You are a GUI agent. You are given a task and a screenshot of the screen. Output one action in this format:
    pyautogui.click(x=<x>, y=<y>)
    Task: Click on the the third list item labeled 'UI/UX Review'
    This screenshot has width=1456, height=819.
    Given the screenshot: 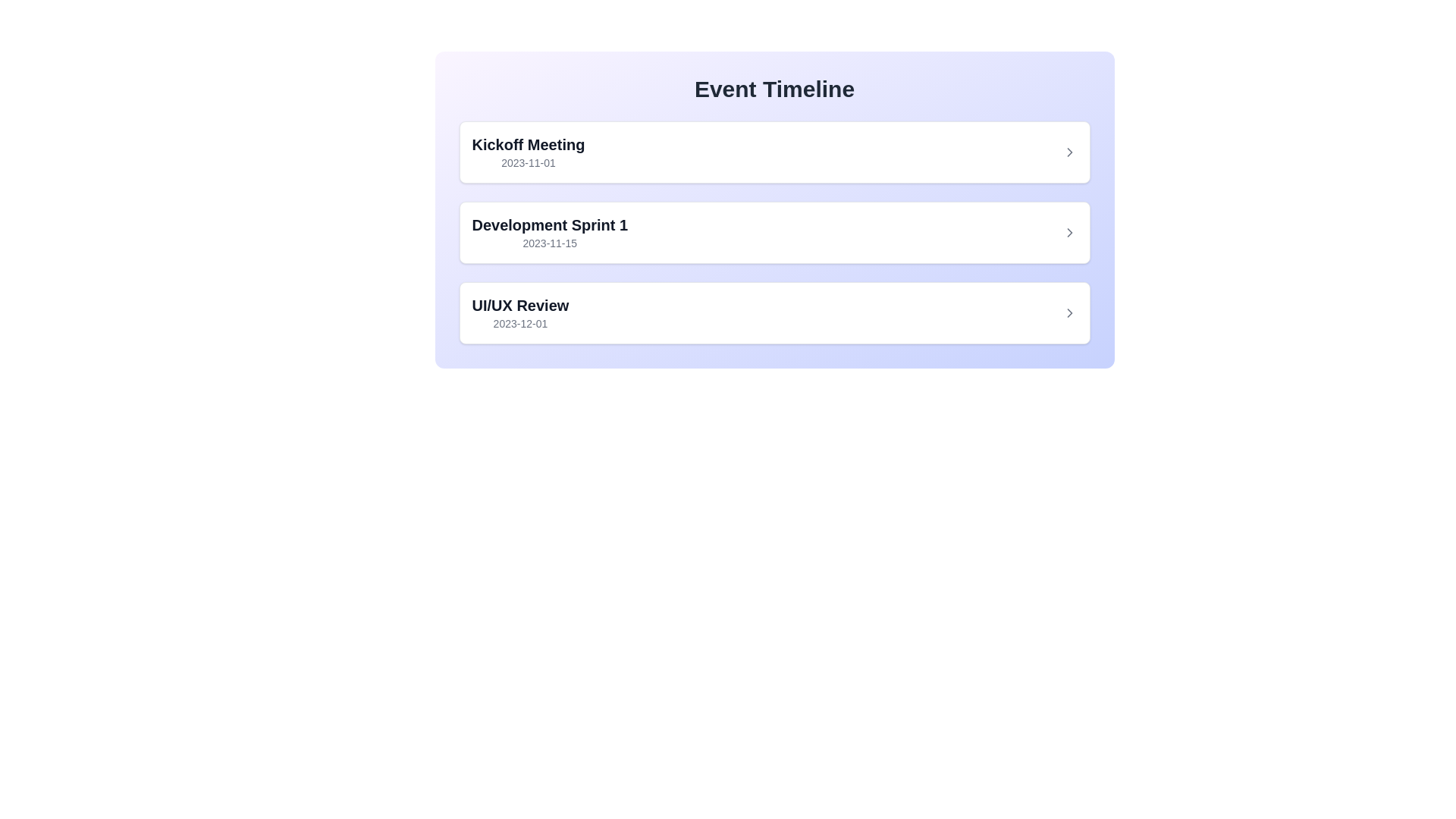 What is the action you would take?
    pyautogui.click(x=774, y=312)
    